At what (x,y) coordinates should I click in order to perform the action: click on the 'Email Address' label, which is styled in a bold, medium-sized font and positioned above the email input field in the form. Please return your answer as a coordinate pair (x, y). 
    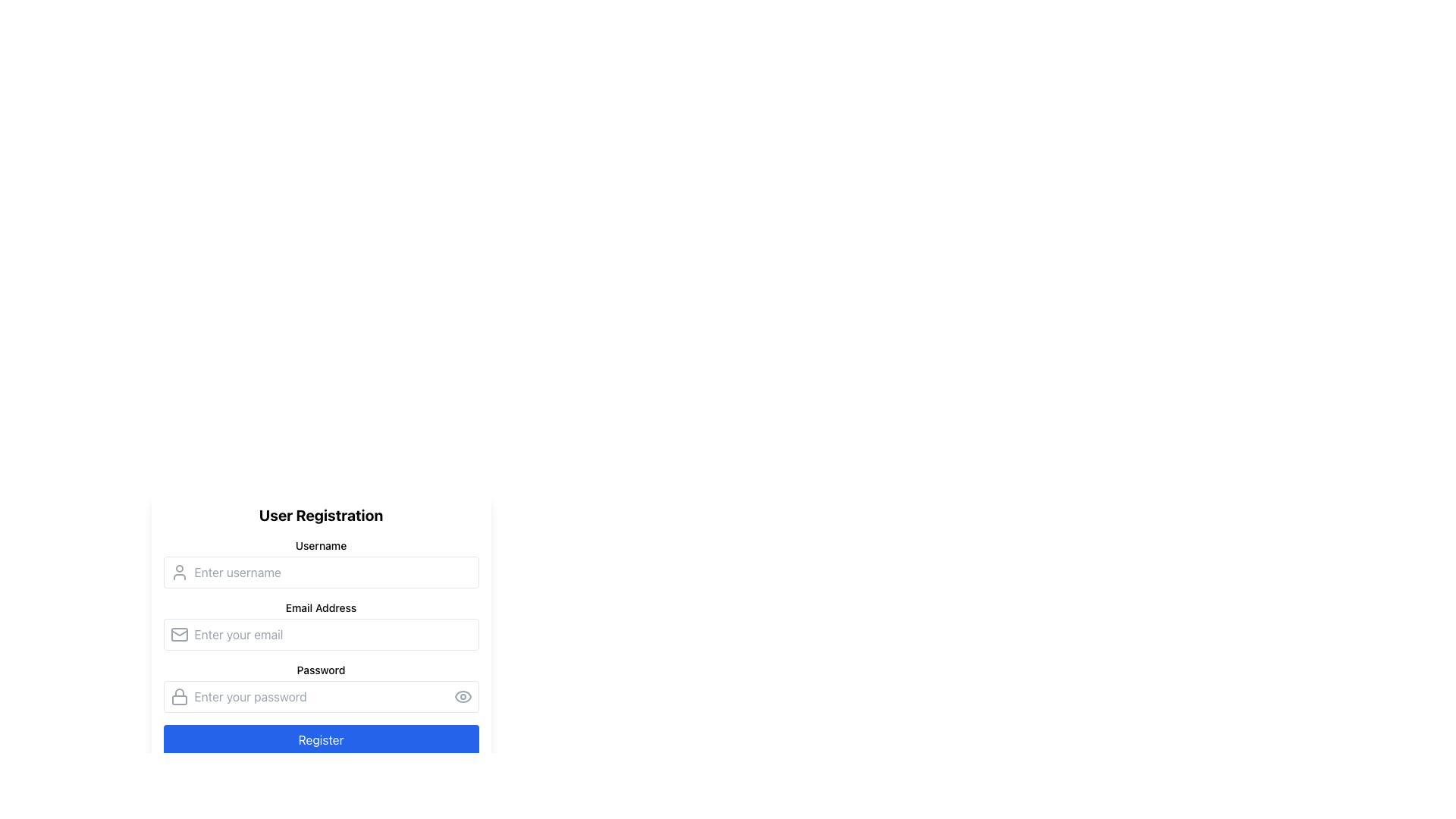
    Looking at the image, I should click on (320, 607).